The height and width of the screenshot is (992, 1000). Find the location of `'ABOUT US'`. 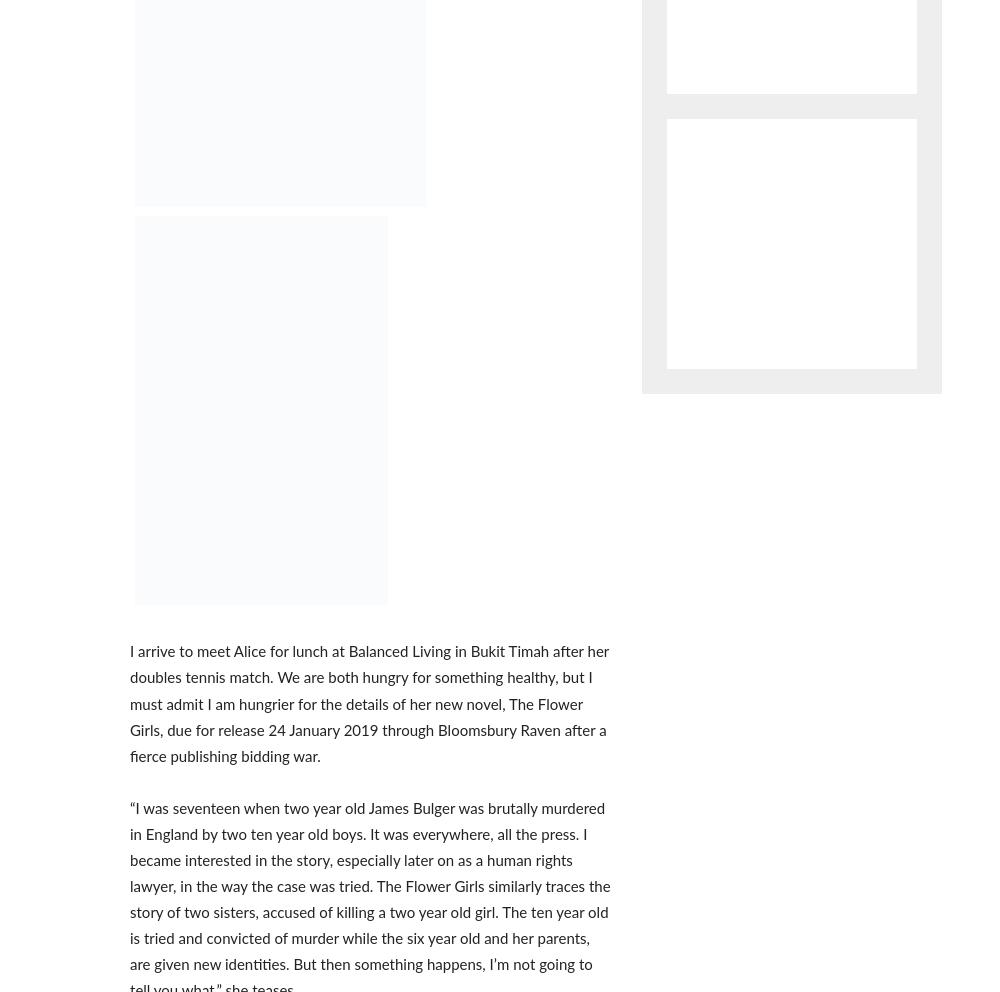

'ABOUT US' is located at coordinates (358, 654).